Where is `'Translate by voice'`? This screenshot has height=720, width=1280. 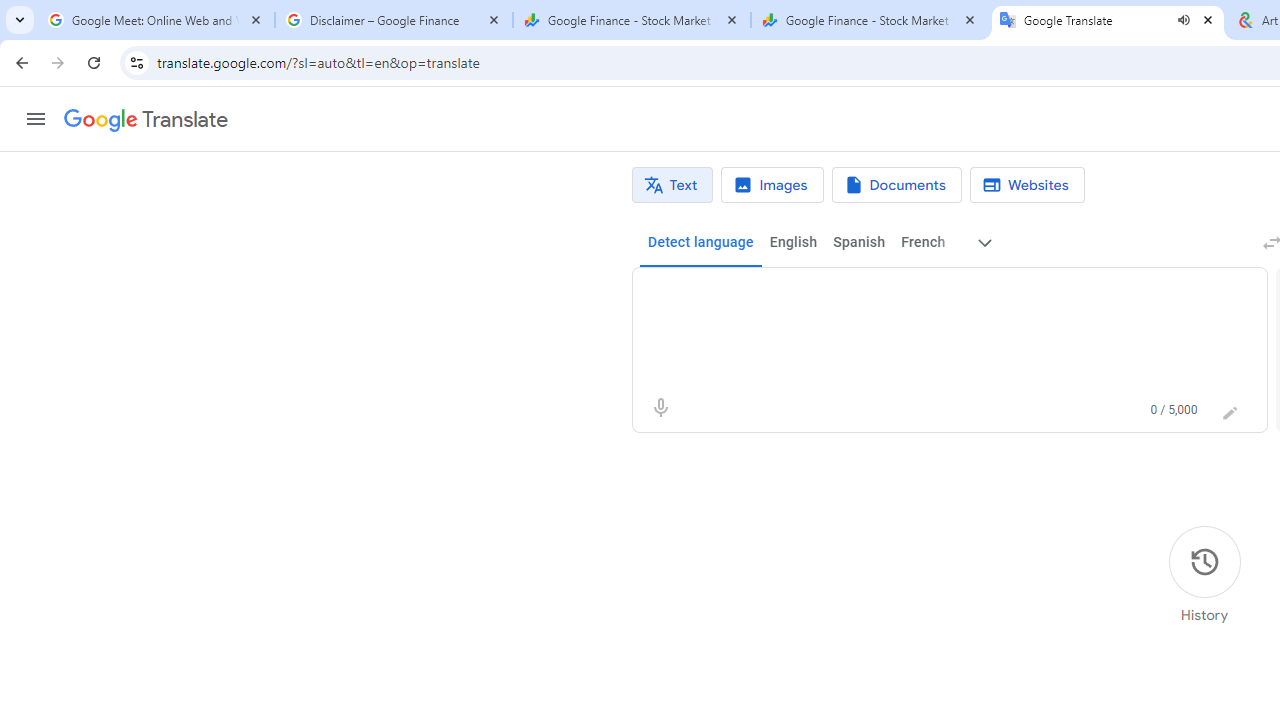 'Translate by voice' is located at coordinates (660, 406).